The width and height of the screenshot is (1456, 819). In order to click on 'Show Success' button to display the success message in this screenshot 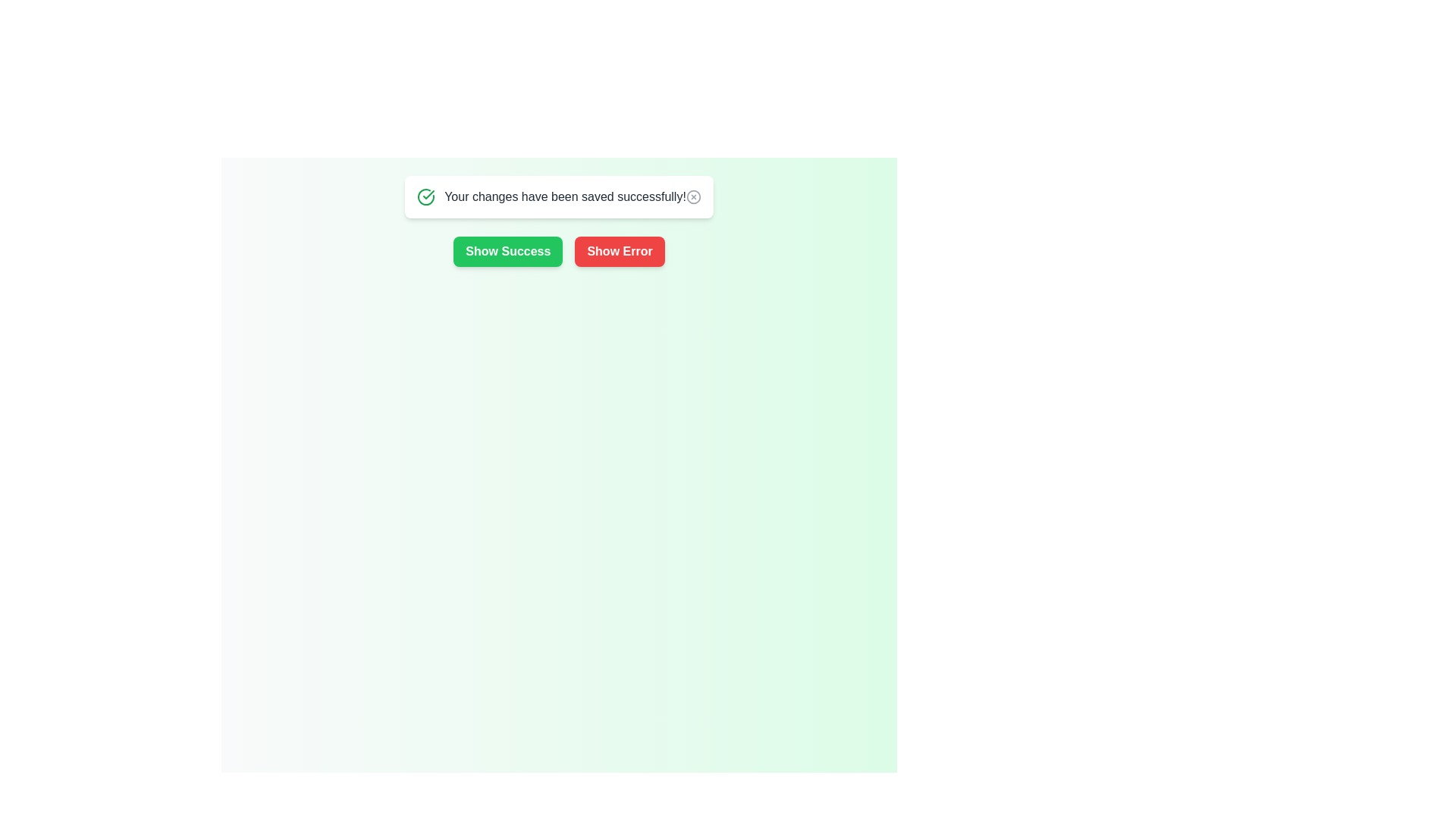, I will do `click(508, 250)`.